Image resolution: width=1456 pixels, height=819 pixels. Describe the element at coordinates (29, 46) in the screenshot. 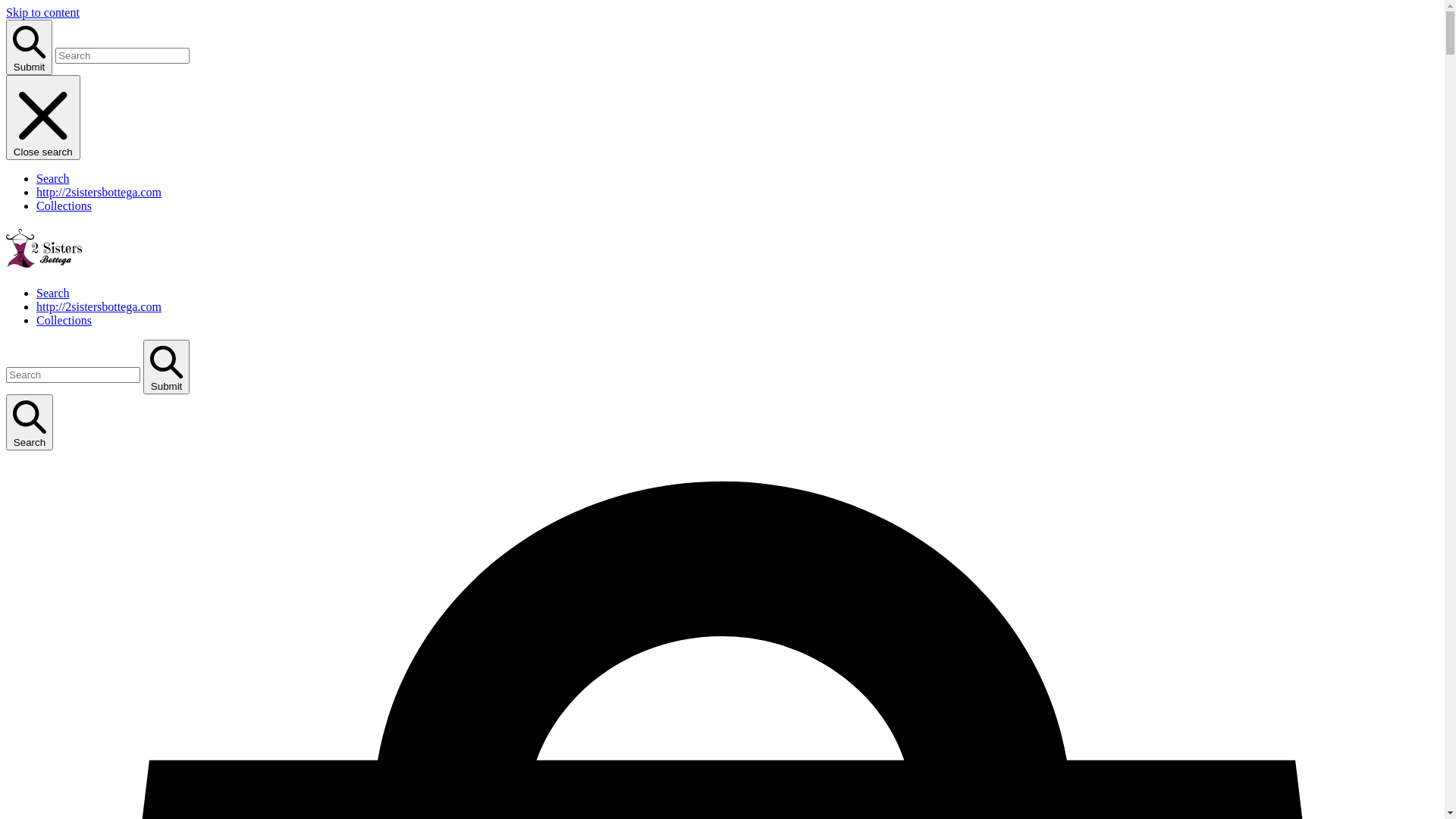

I see `'Submit'` at that location.